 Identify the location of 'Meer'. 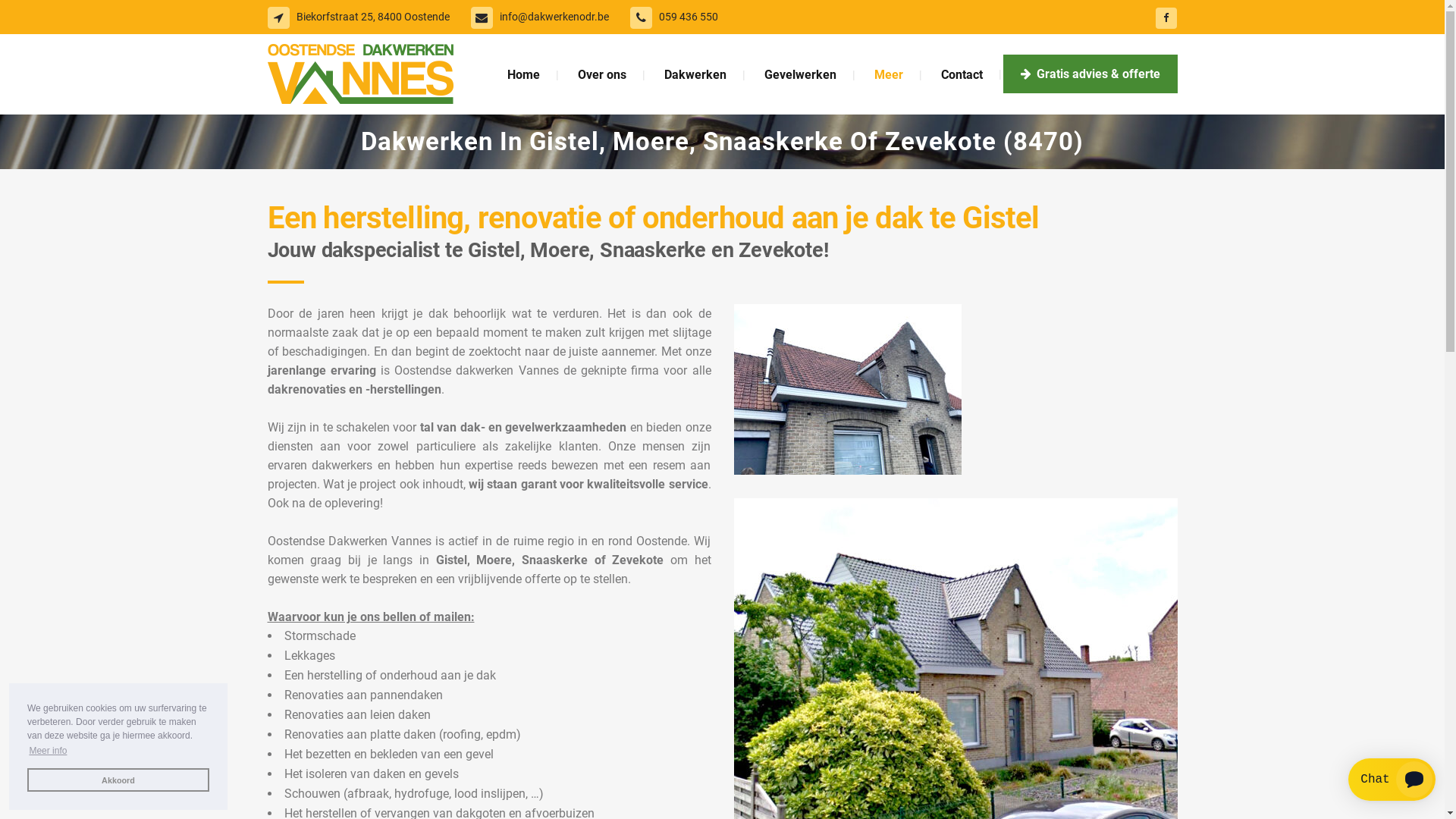
(888, 74).